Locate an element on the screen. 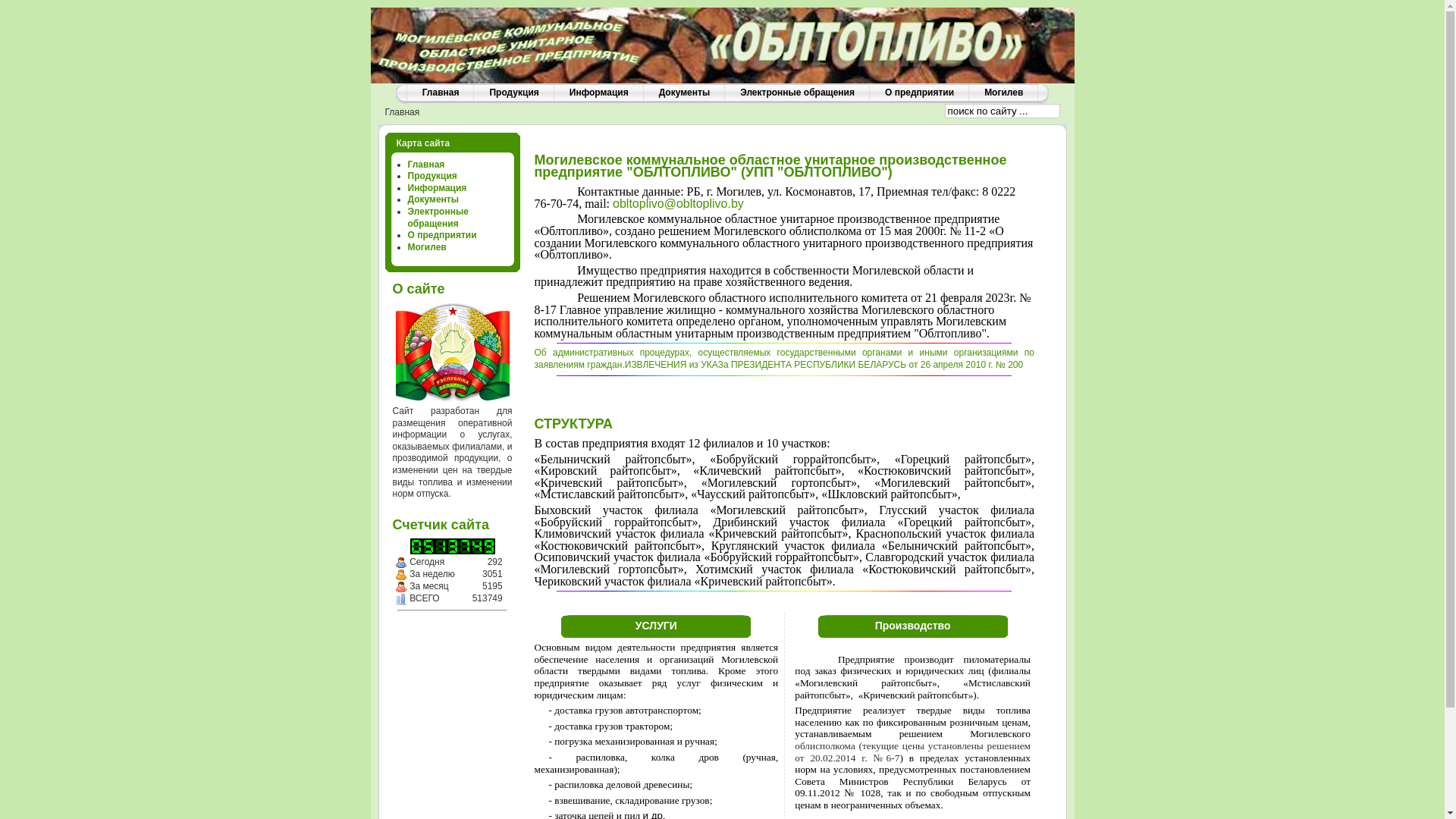  'Vinaora Visitors Counter' is located at coordinates (450, 546).